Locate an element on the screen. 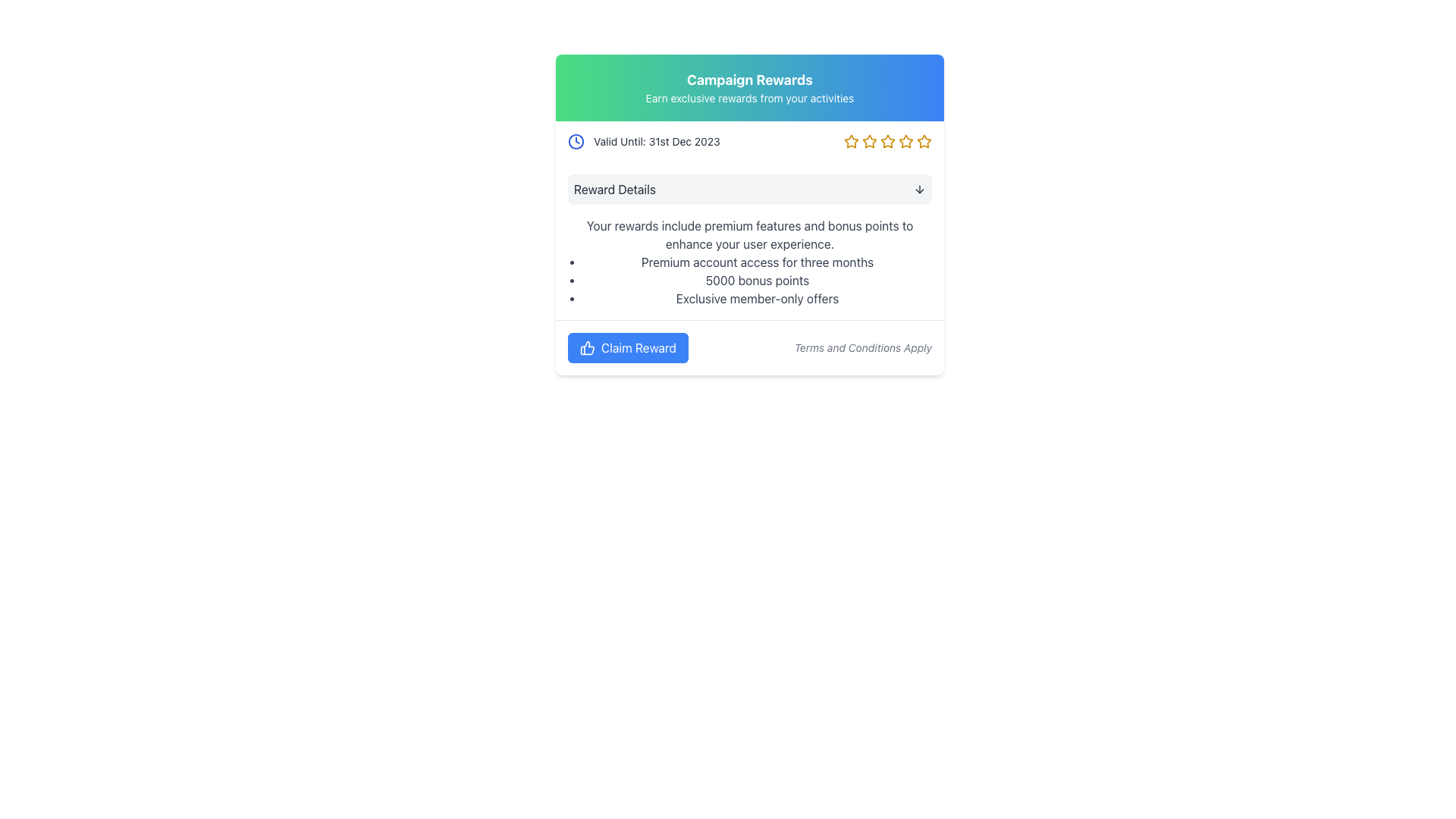  the fifth star-shaped rating icon, which is filled with a yellow-gold color and outlined with a white border is located at coordinates (924, 141).